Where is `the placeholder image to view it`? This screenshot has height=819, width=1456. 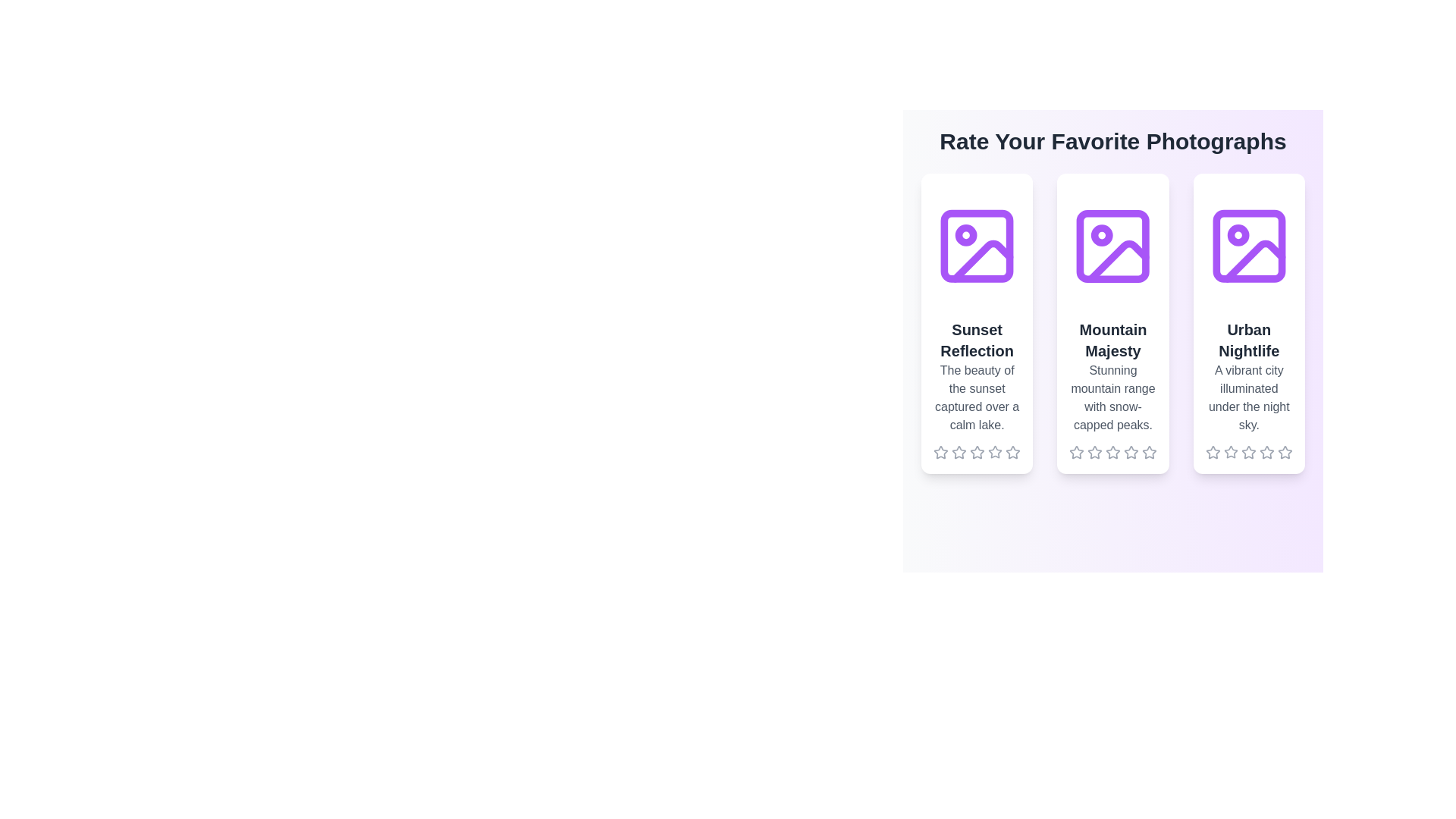
the placeholder image to view it is located at coordinates (977, 245).